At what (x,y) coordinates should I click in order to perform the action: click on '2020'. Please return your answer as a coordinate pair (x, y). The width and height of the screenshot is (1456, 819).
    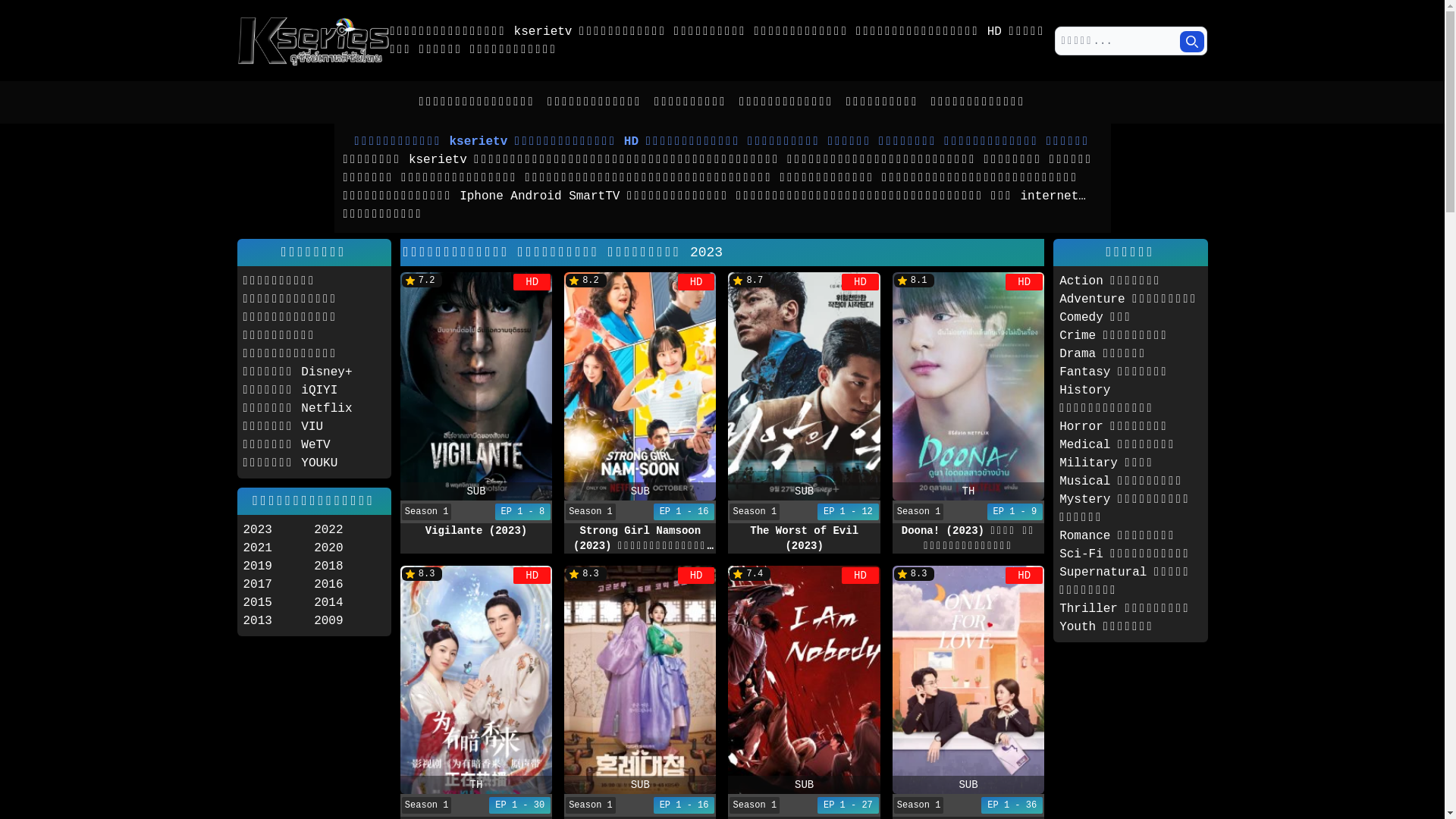
    Looking at the image, I should click on (348, 548).